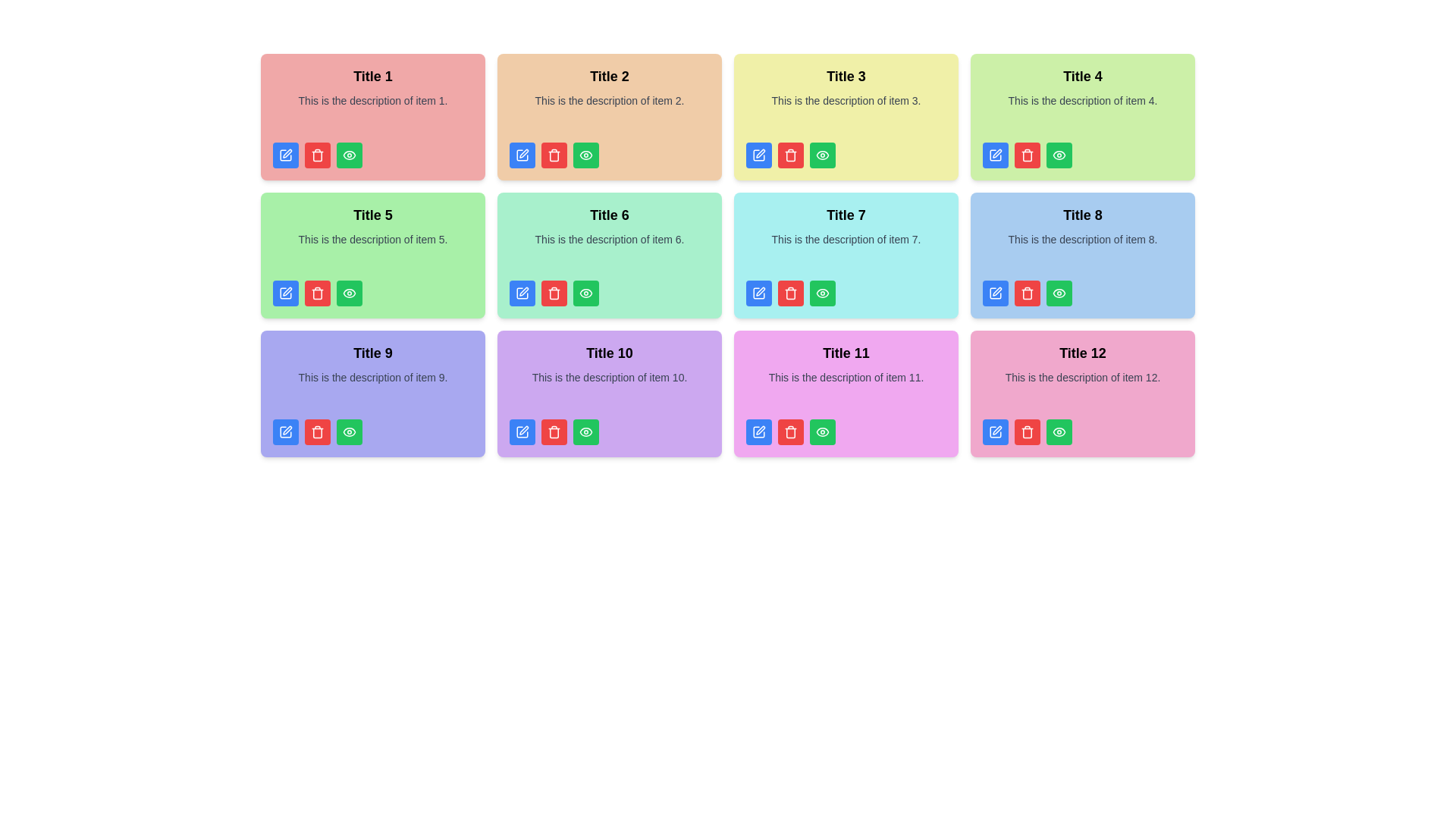 This screenshot has height=819, width=1456. What do you see at coordinates (286, 293) in the screenshot?
I see `the small blue square icon with a pen symbol at its center, located in the bottom-left corner of the card labeled 'Title 5.'` at bounding box center [286, 293].